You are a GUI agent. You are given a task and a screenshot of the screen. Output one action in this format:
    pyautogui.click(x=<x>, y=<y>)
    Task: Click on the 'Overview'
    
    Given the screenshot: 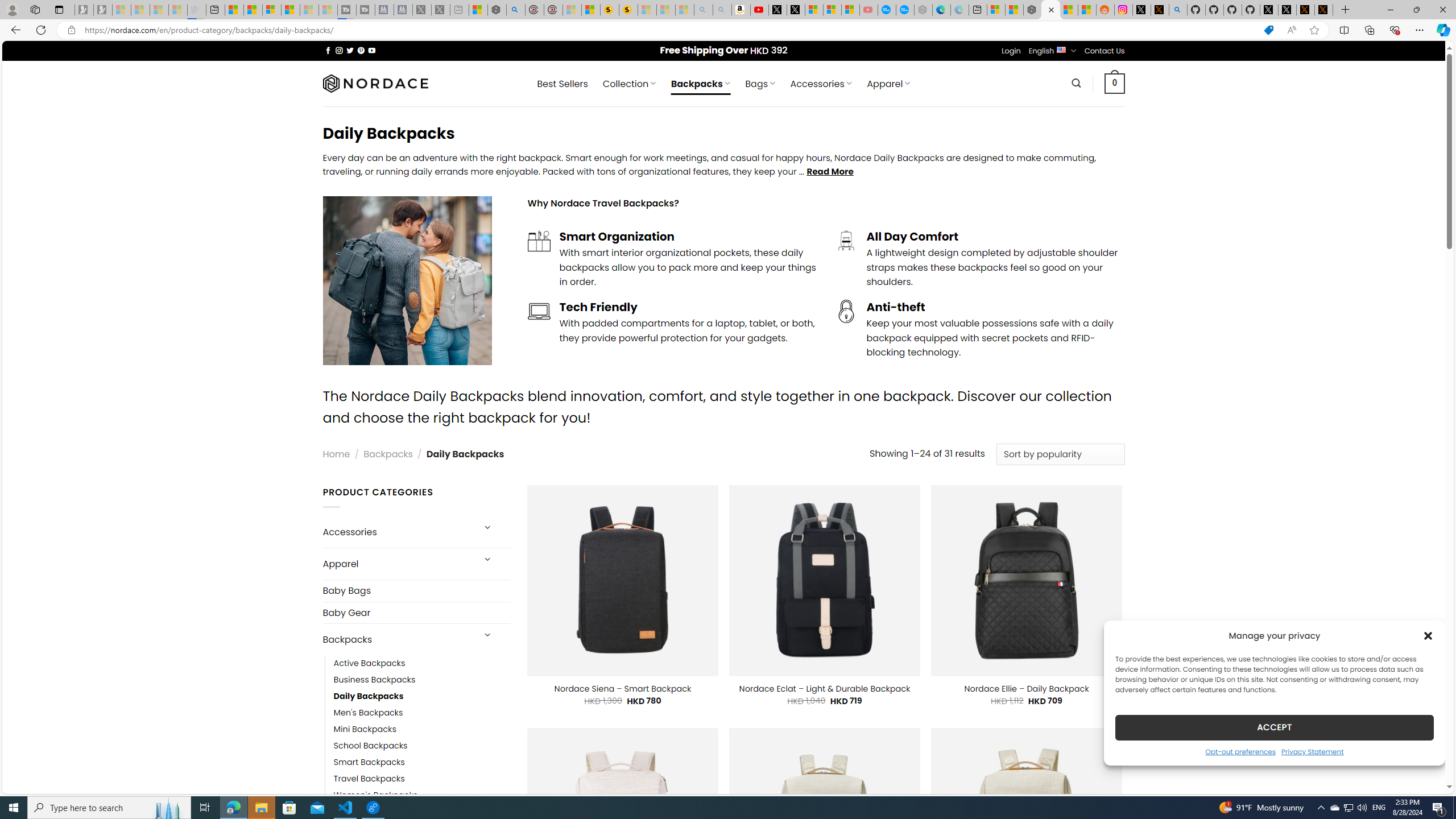 What is the action you would take?
    pyautogui.click(x=271, y=9)
    